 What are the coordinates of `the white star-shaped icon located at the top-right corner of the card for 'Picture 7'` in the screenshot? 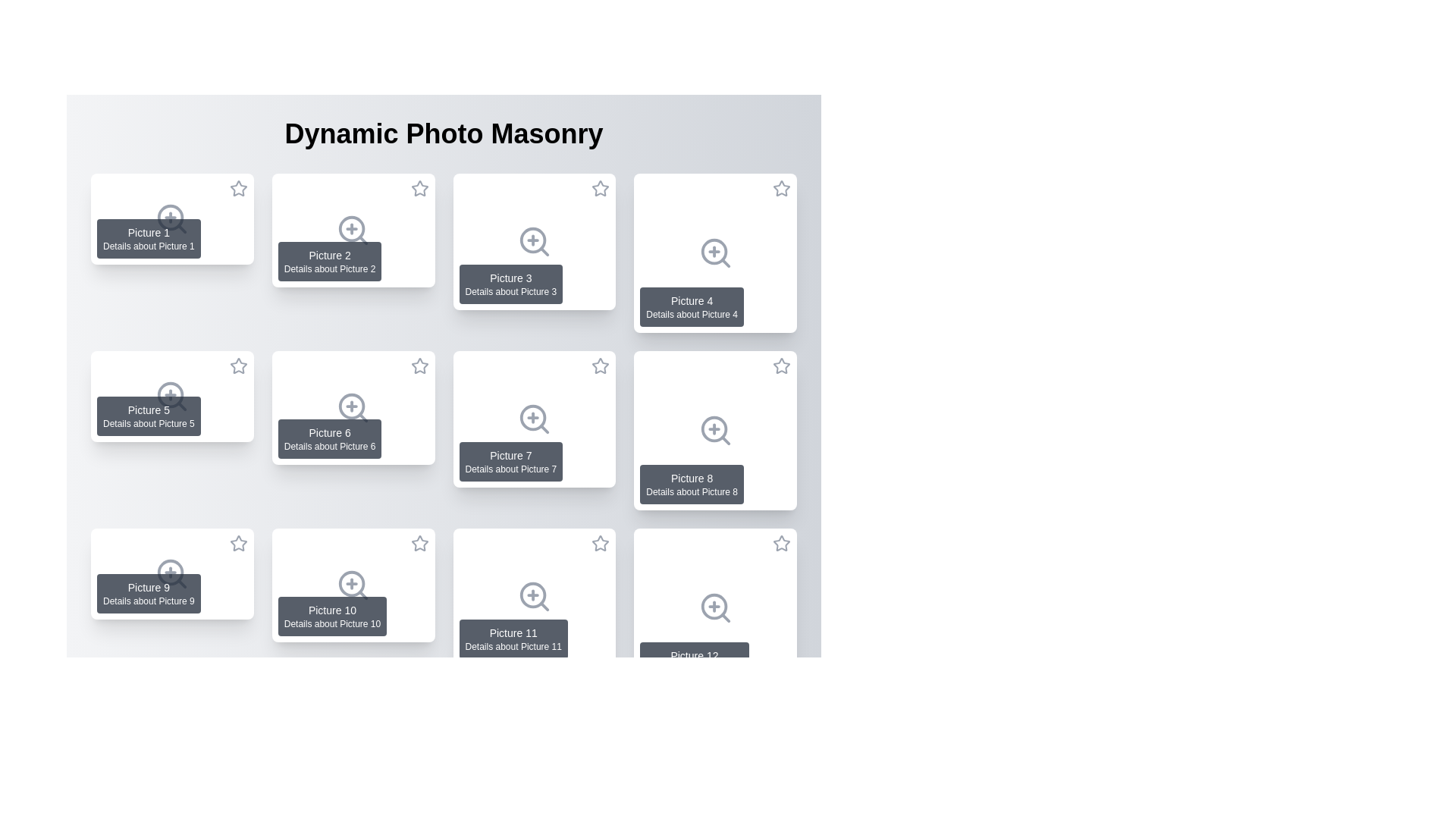 It's located at (600, 369).